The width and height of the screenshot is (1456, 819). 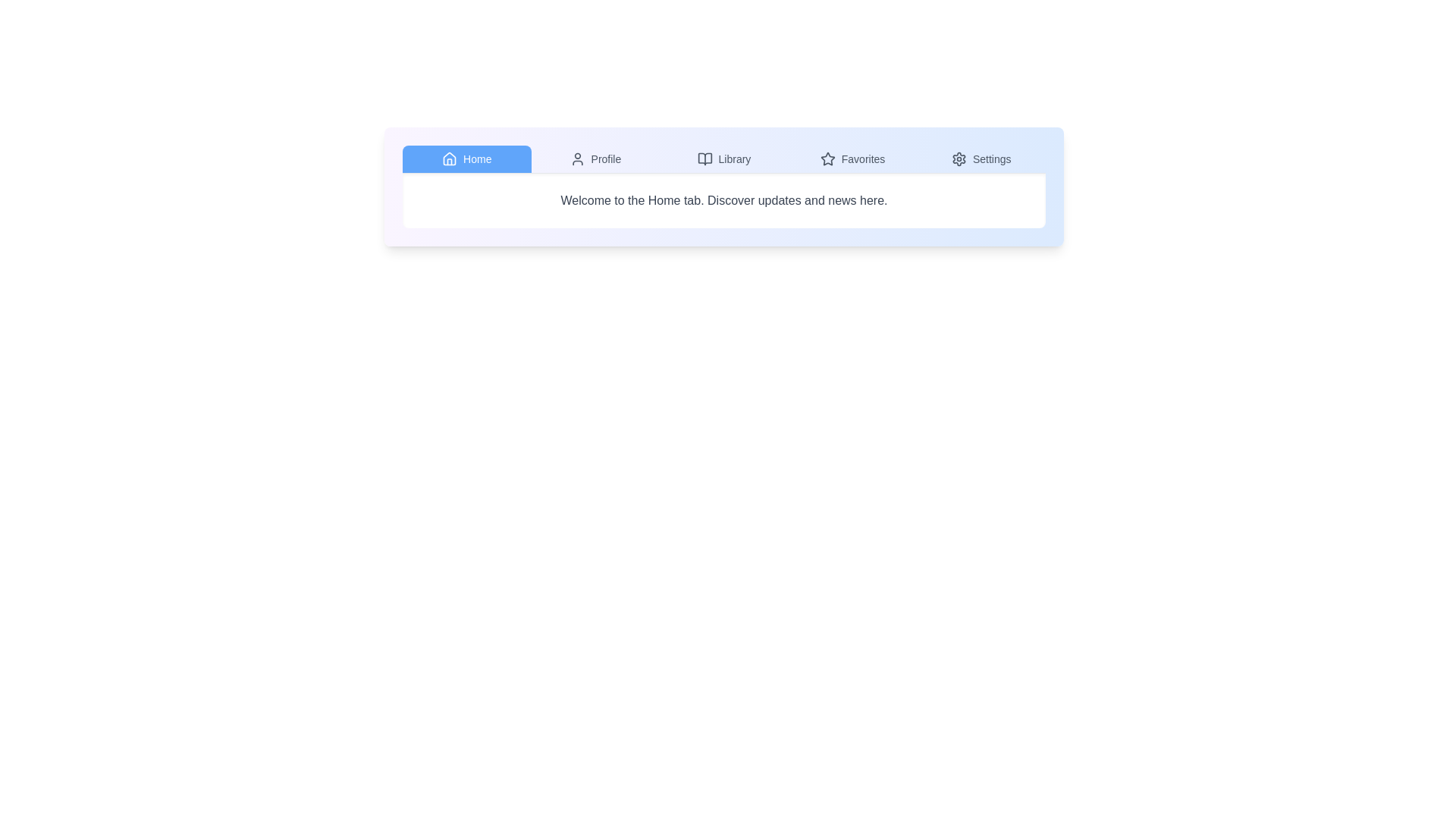 What do you see at coordinates (595, 158) in the screenshot?
I see `the 'Profile' navigation tab which is the second tab in the horizontal navigation bar at the top of the page` at bounding box center [595, 158].